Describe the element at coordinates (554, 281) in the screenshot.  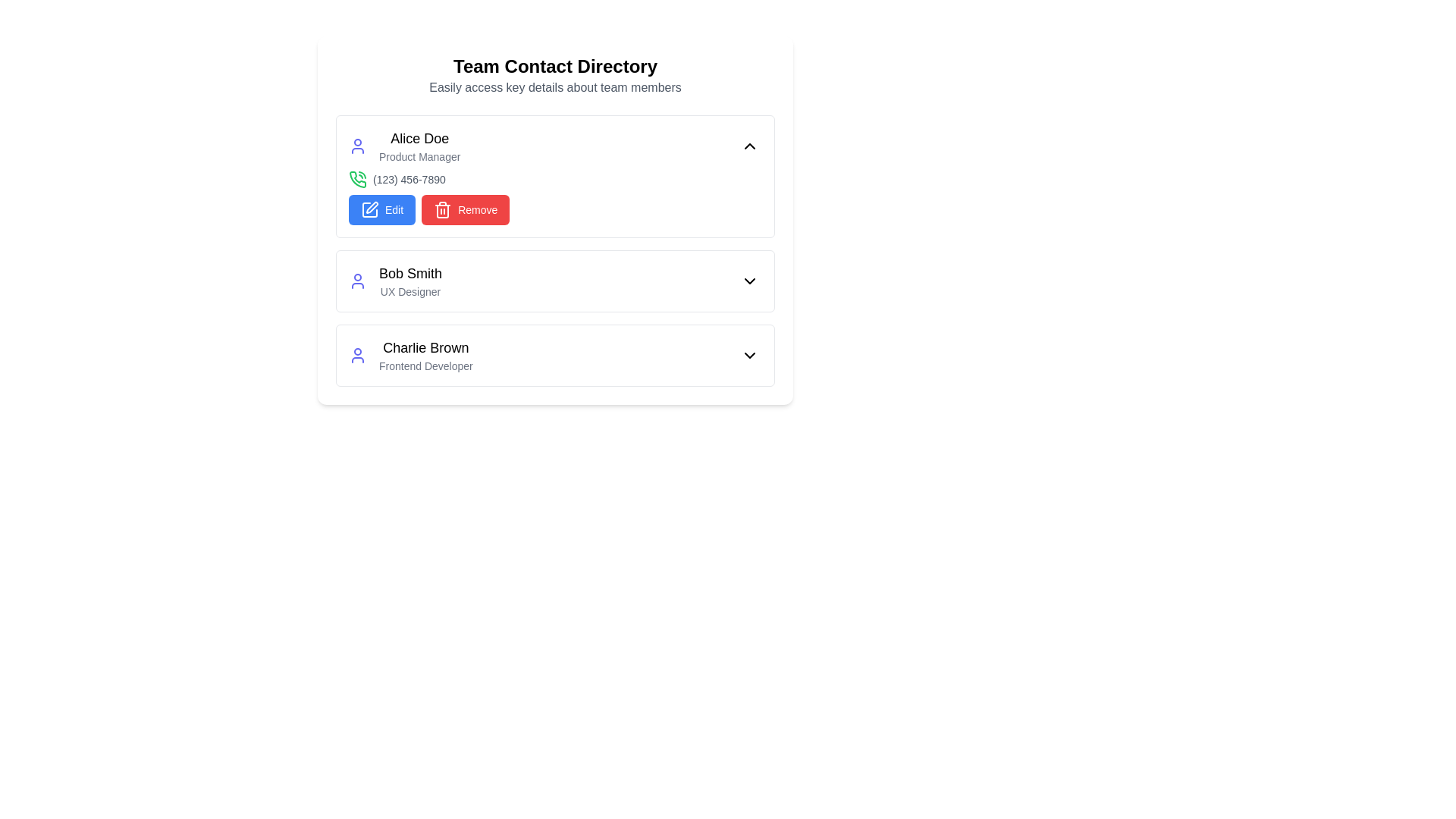
I see `the Profile card for Bob Smith, which is the second card in a vertically stacked list of user profile cards` at that location.